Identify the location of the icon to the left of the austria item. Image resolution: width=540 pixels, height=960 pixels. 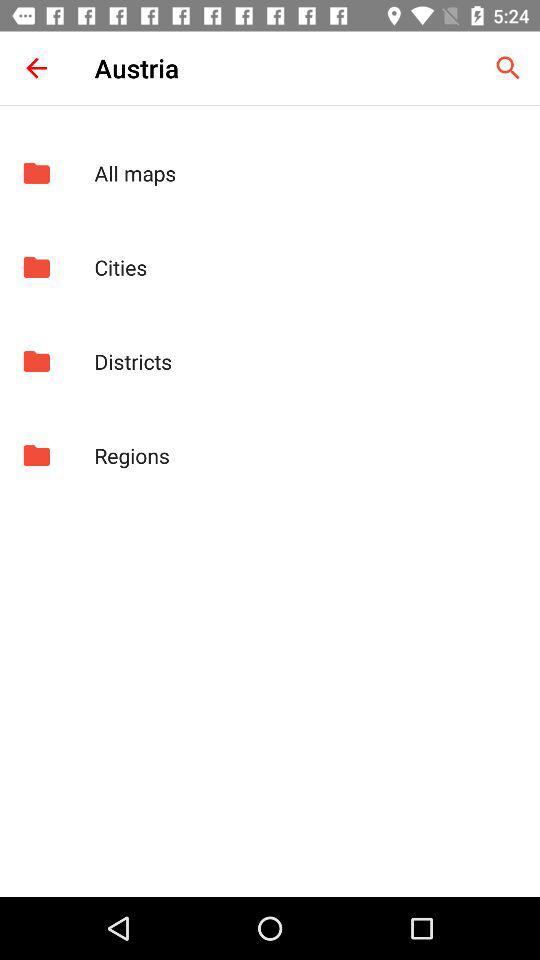
(36, 68).